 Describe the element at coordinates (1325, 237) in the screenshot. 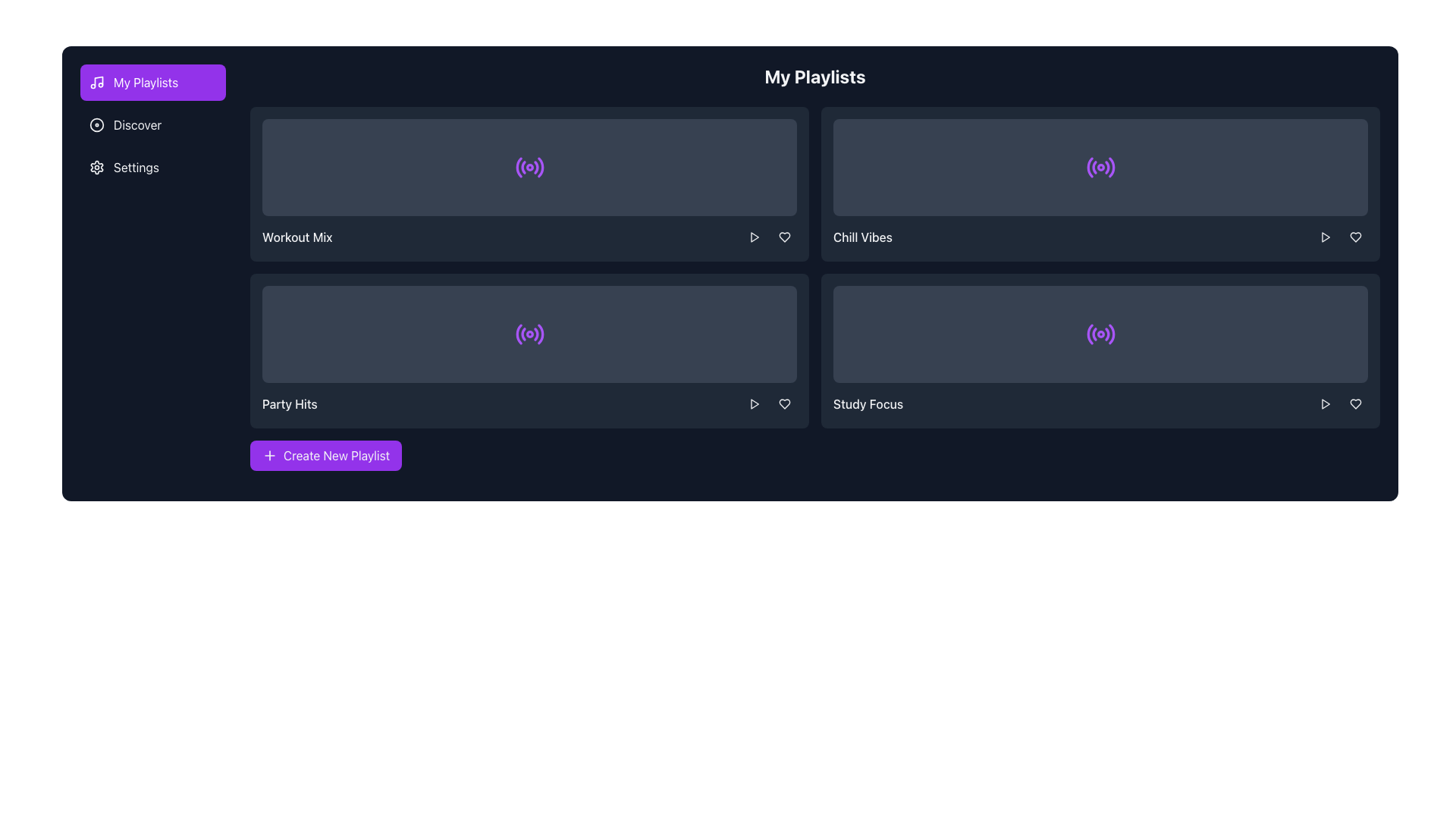

I see `the triangular play button icon located at the top-right corner of the 'Chill Vibes' playlist panel` at that location.